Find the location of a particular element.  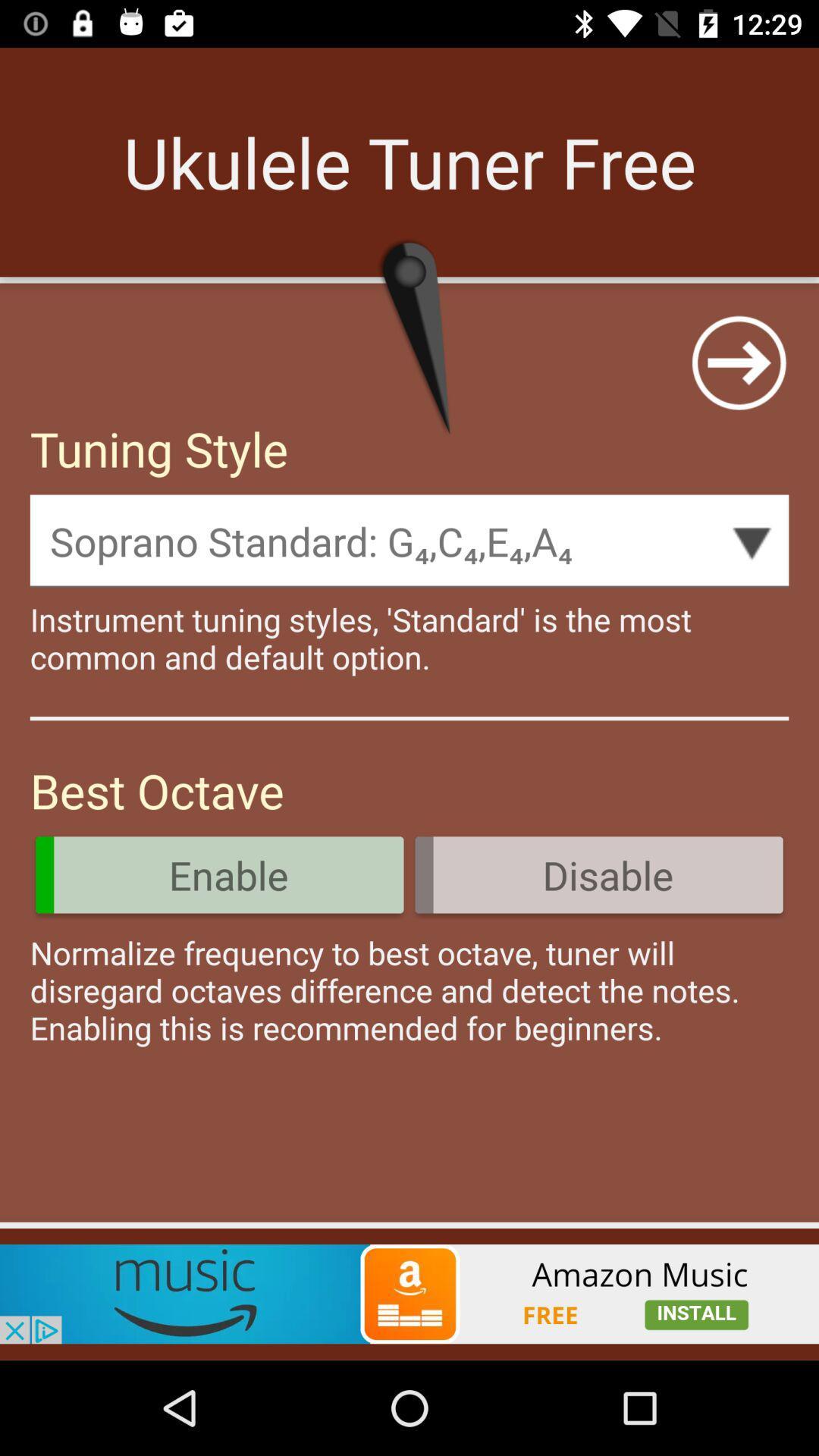

the arrow_forward icon is located at coordinates (738, 362).